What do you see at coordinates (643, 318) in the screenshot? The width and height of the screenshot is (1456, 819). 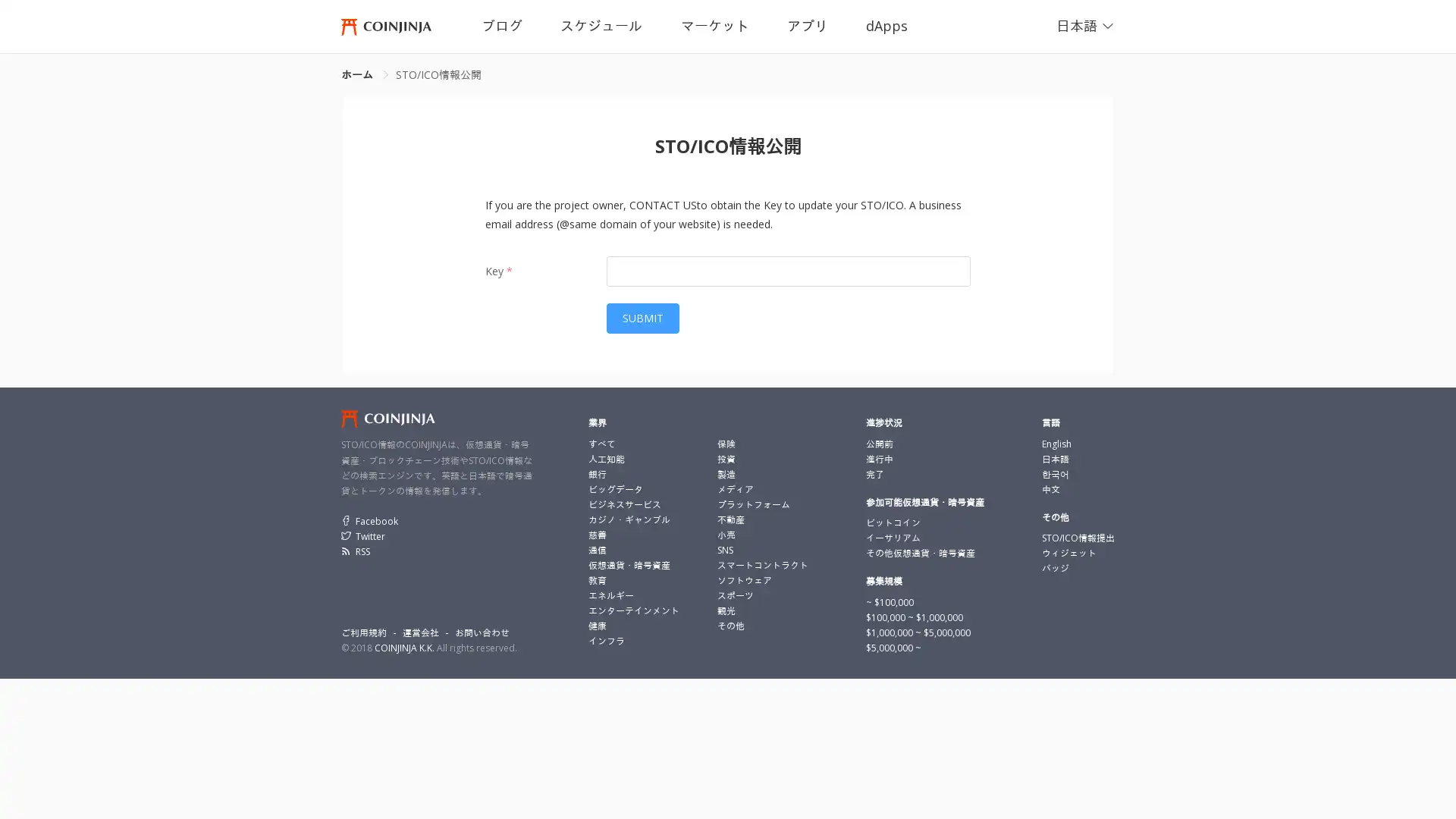 I see `SUBMIT` at bounding box center [643, 318].